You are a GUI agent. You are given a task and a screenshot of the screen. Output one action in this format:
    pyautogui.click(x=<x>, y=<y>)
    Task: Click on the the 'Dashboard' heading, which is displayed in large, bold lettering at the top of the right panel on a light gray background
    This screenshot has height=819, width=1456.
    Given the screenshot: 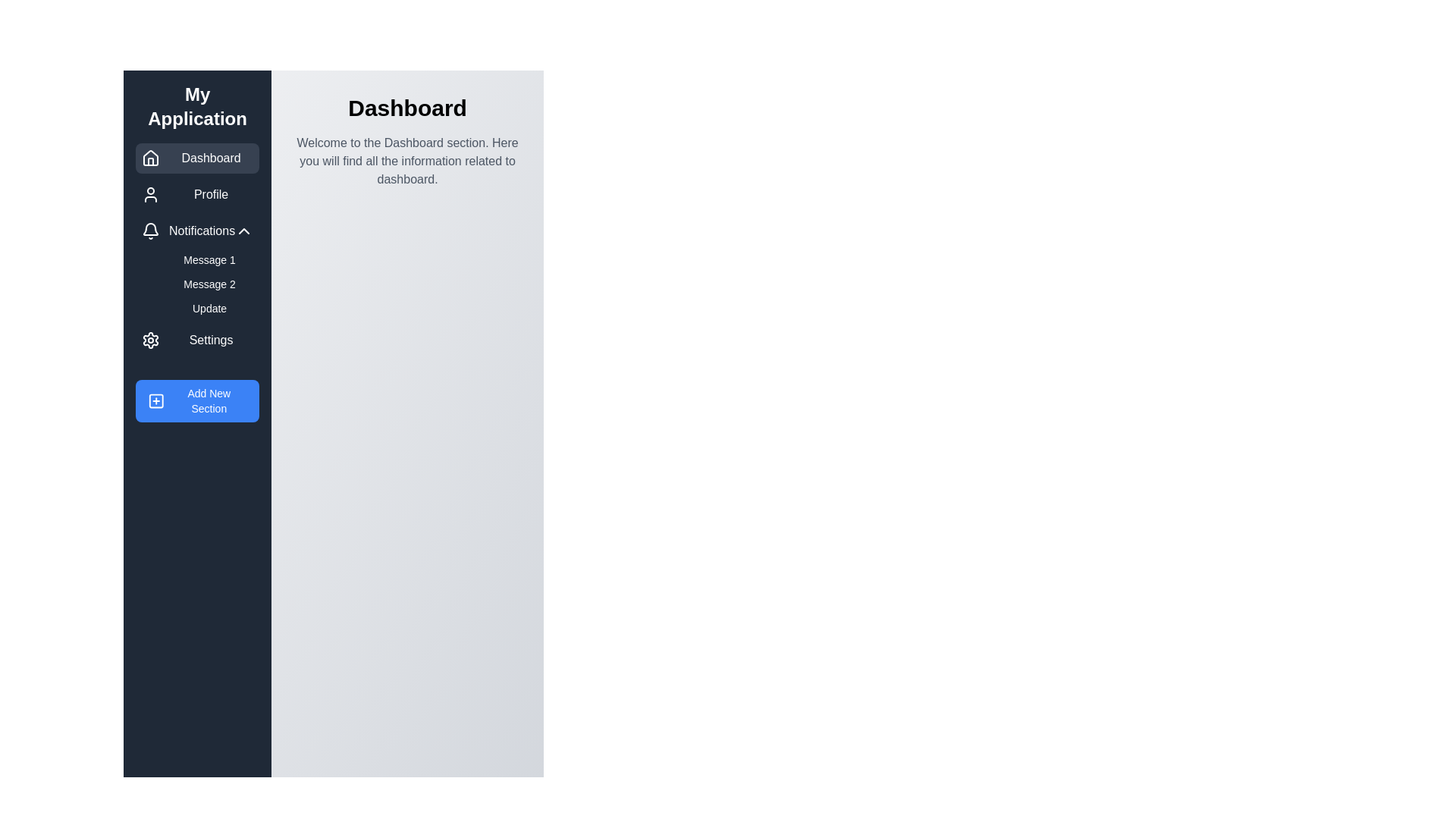 What is the action you would take?
    pyautogui.click(x=407, y=107)
    